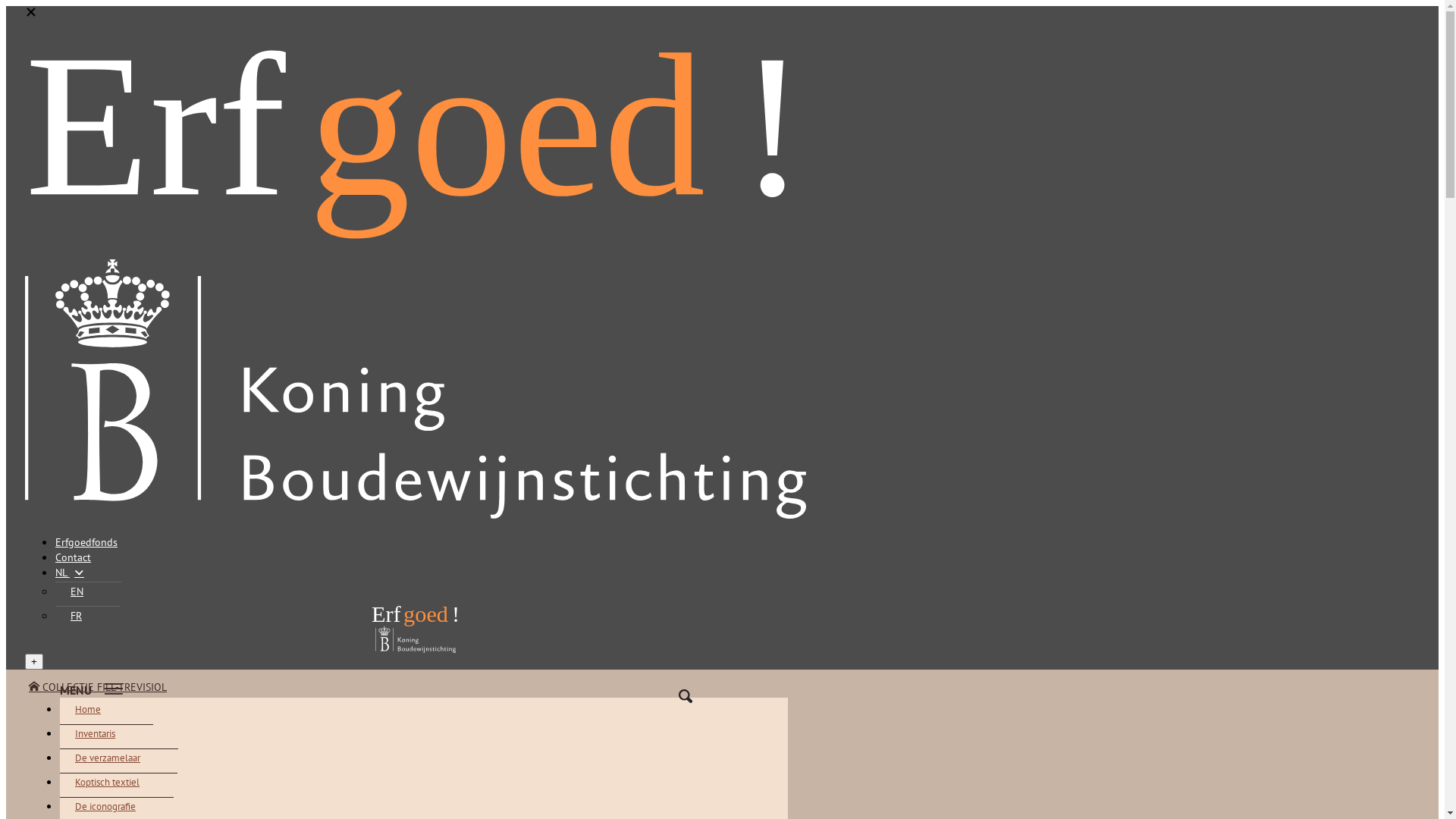  I want to click on '+', so click(33, 661).